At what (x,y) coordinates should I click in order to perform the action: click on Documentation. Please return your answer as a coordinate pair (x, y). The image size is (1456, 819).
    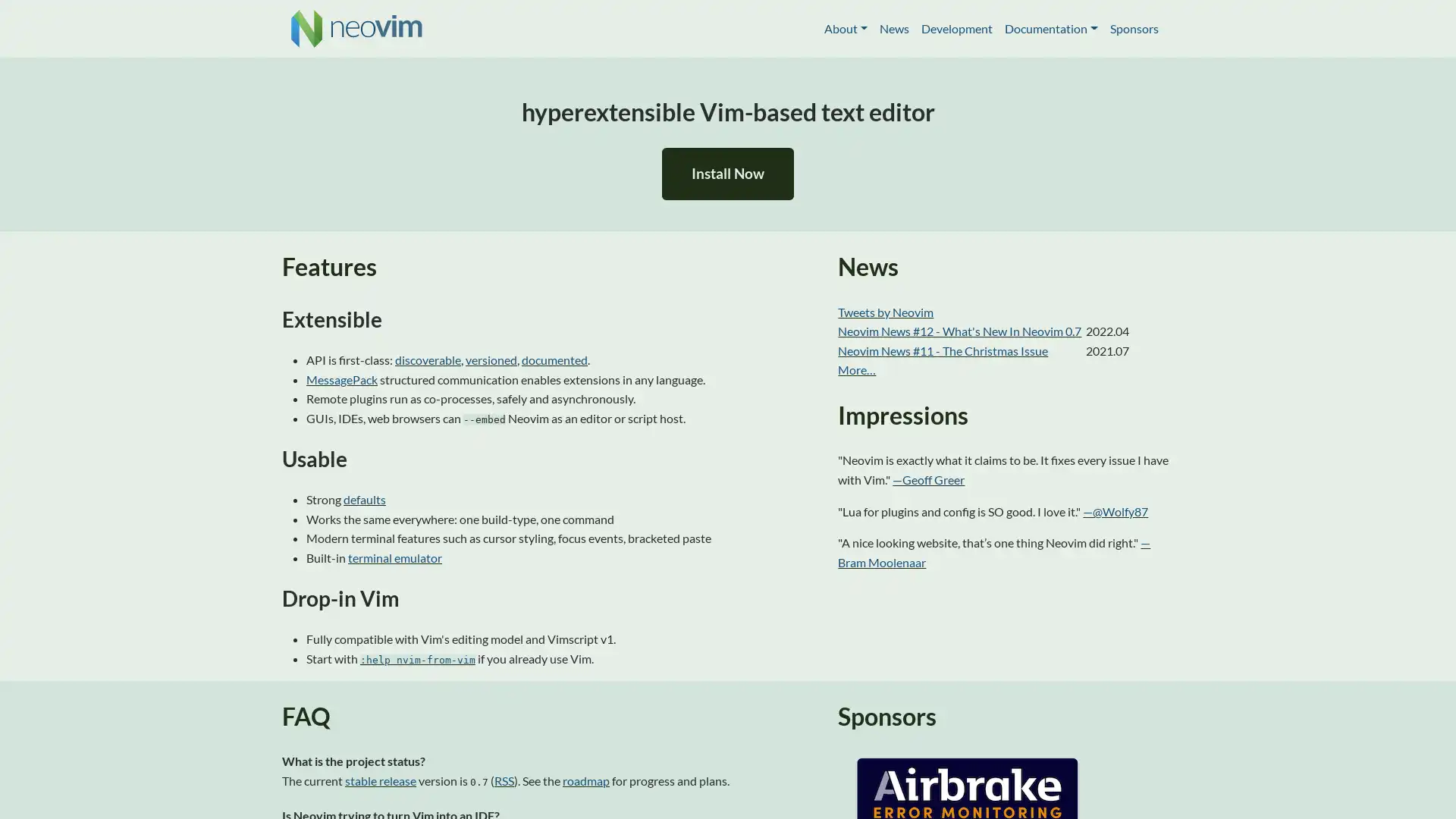
    Looking at the image, I should click on (1050, 28).